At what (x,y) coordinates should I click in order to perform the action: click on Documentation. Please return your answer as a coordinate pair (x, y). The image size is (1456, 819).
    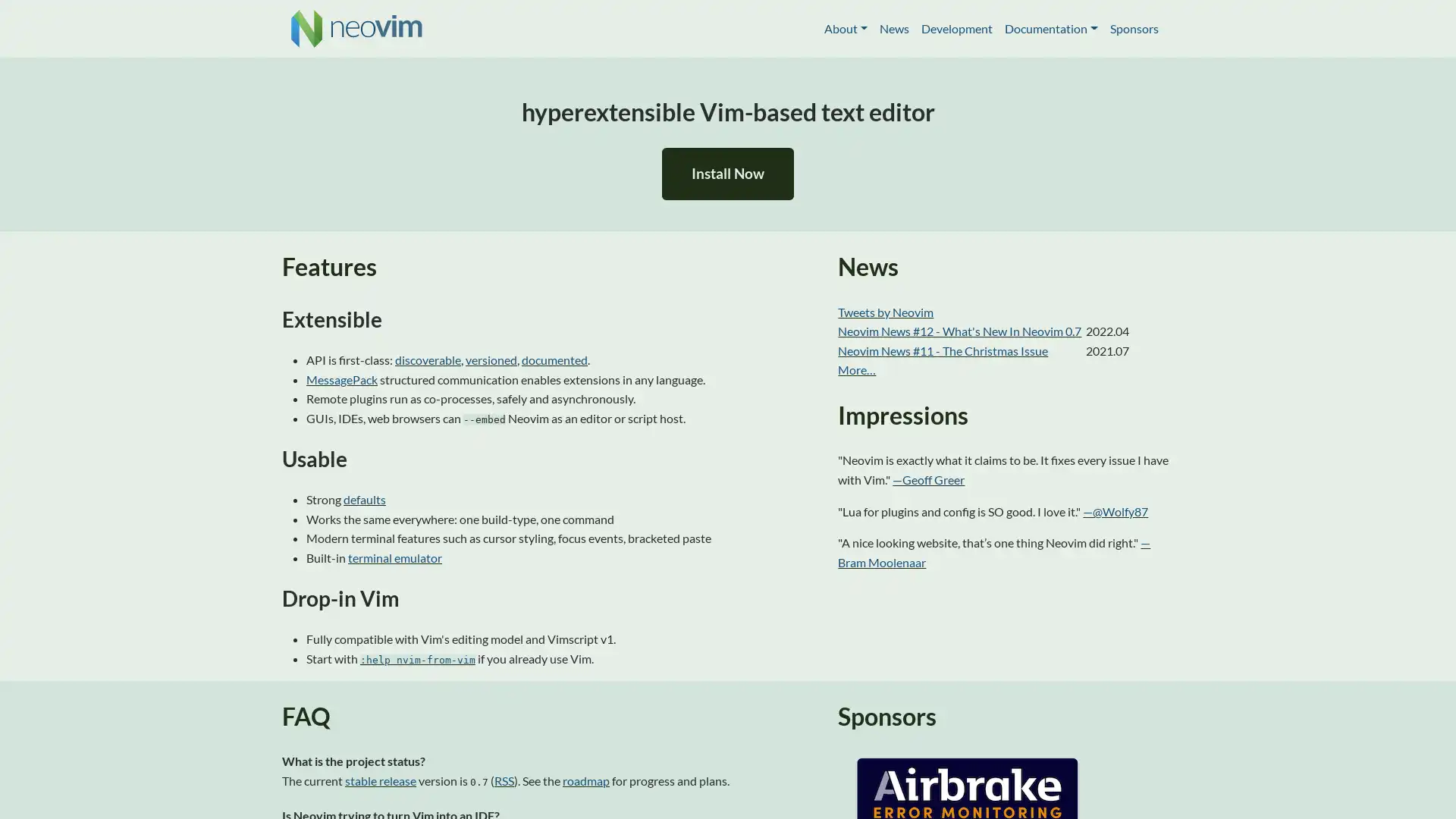
    Looking at the image, I should click on (1050, 28).